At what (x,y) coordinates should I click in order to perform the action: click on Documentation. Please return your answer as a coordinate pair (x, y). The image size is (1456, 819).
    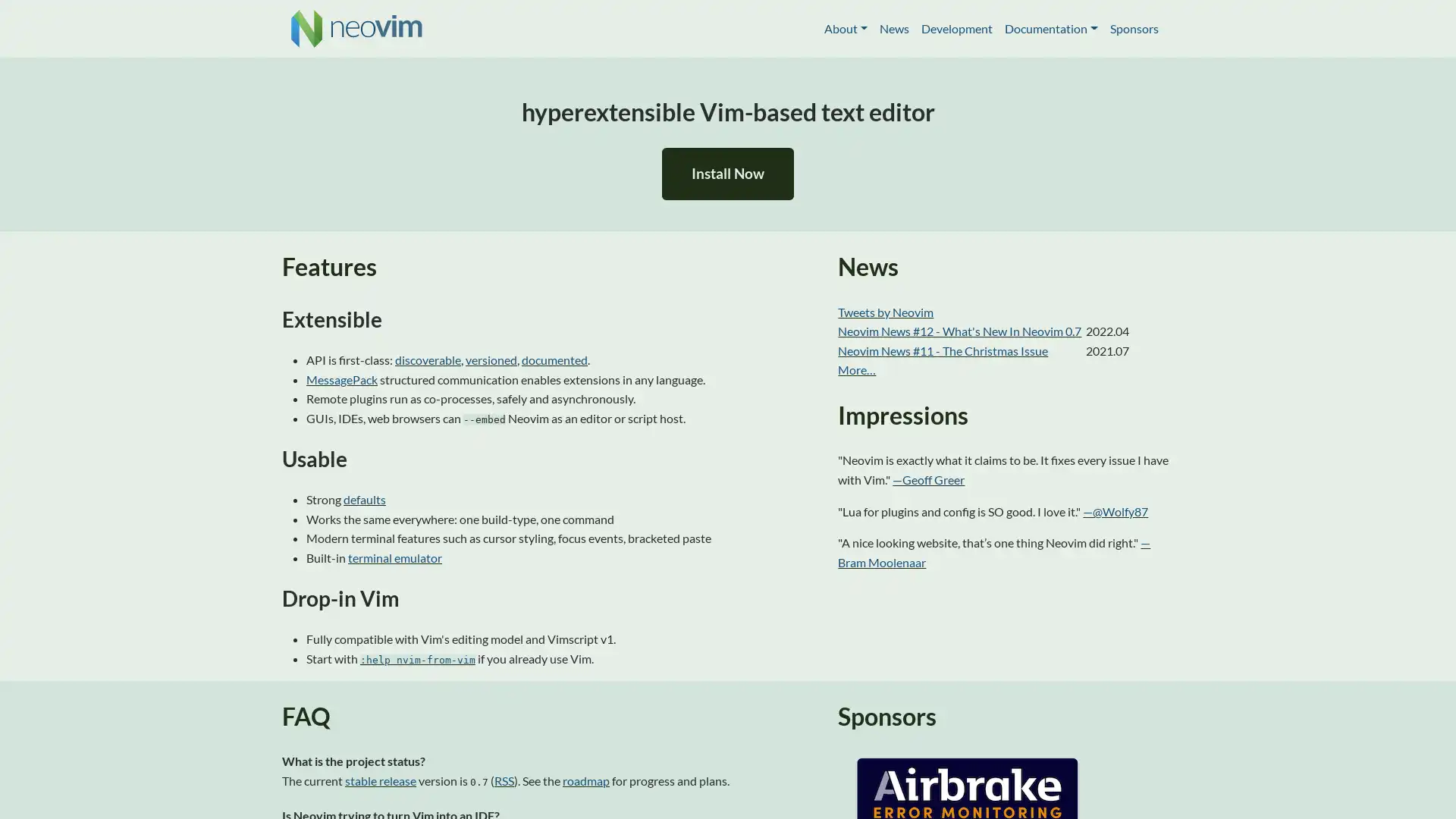
    Looking at the image, I should click on (1050, 28).